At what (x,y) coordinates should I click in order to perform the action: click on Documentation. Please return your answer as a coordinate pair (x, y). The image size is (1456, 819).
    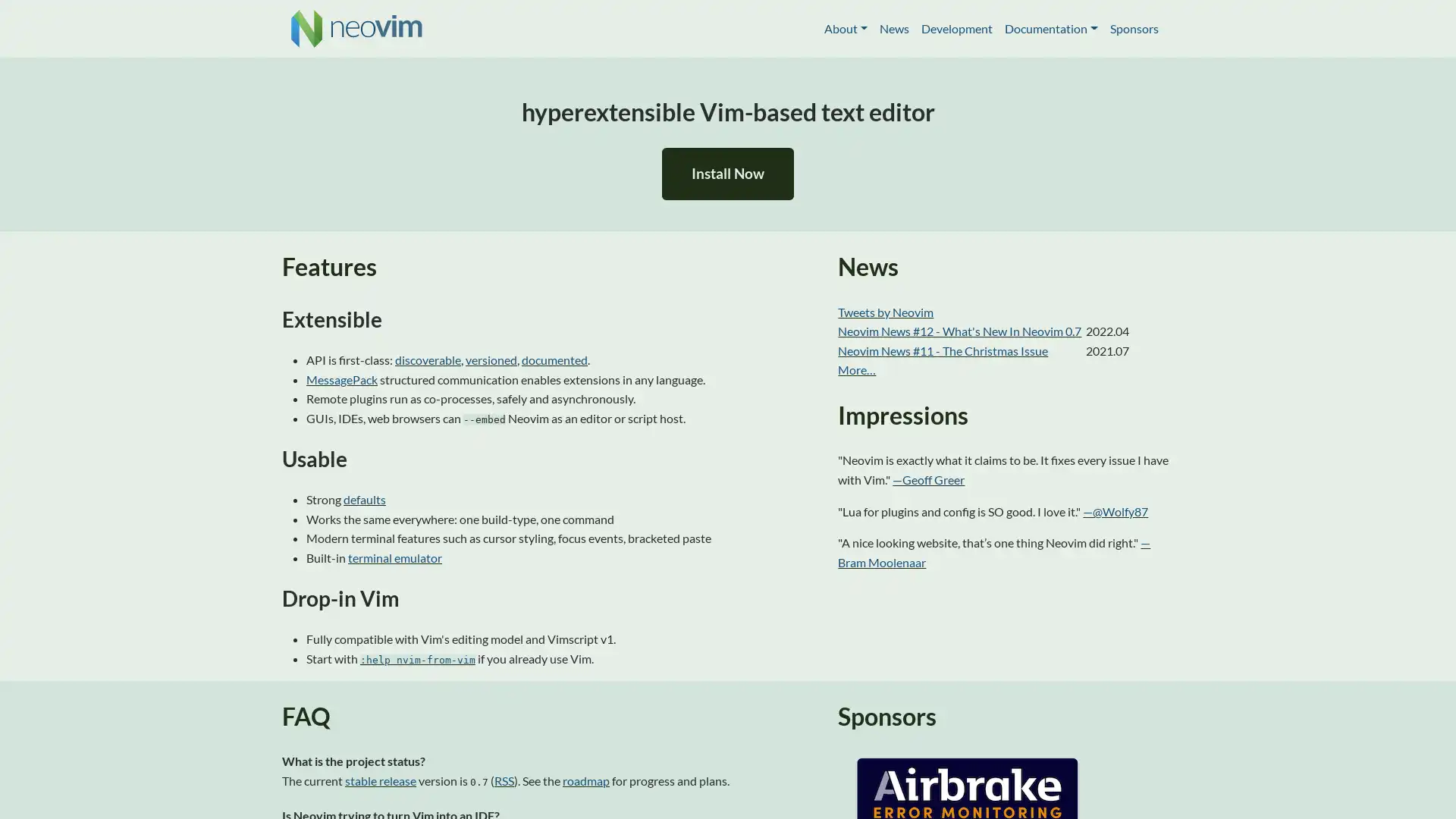
    Looking at the image, I should click on (1050, 28).